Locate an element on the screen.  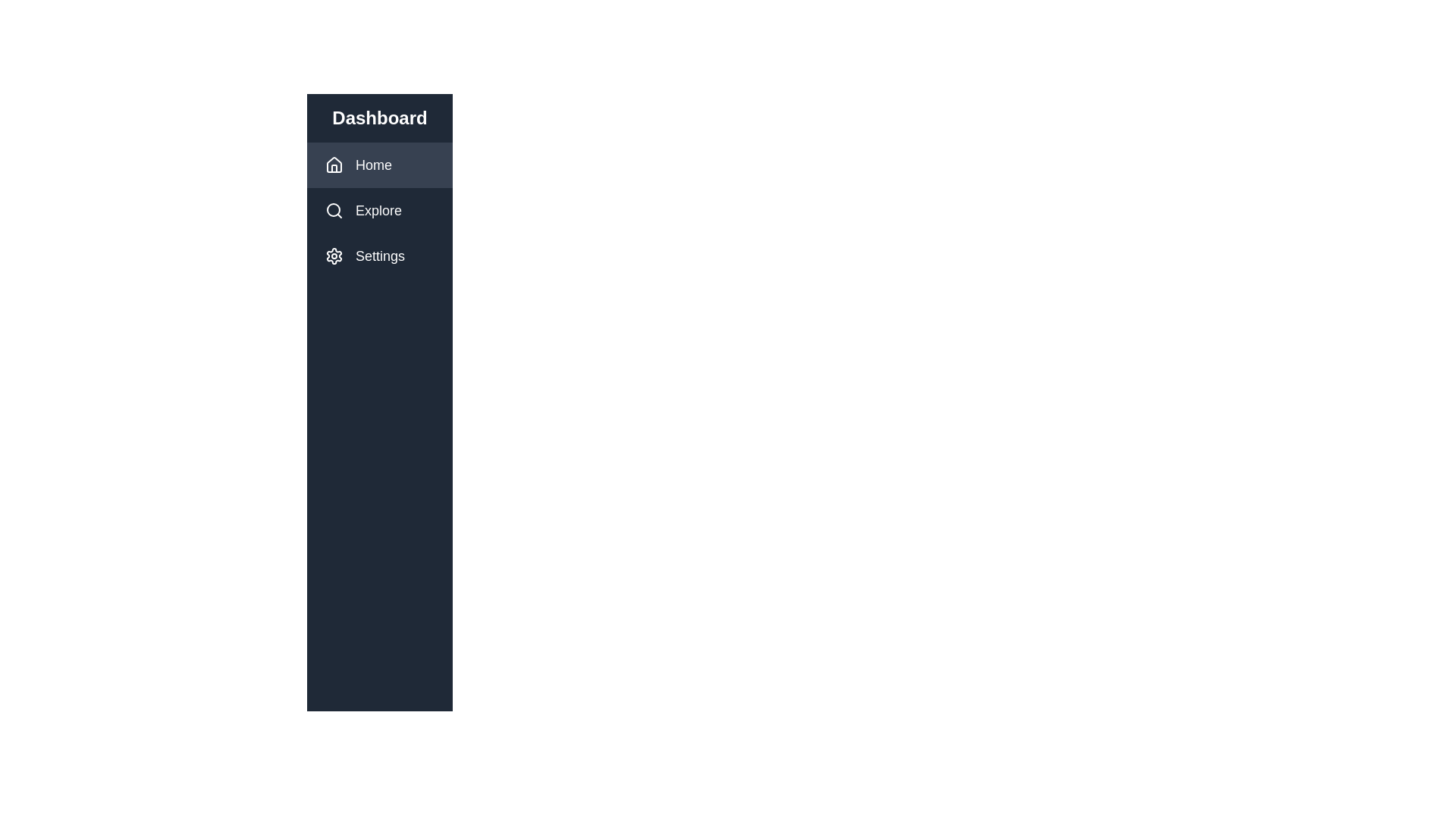
the settings icon located at the bottom of the sidebar is located at coordinates (334, 256).